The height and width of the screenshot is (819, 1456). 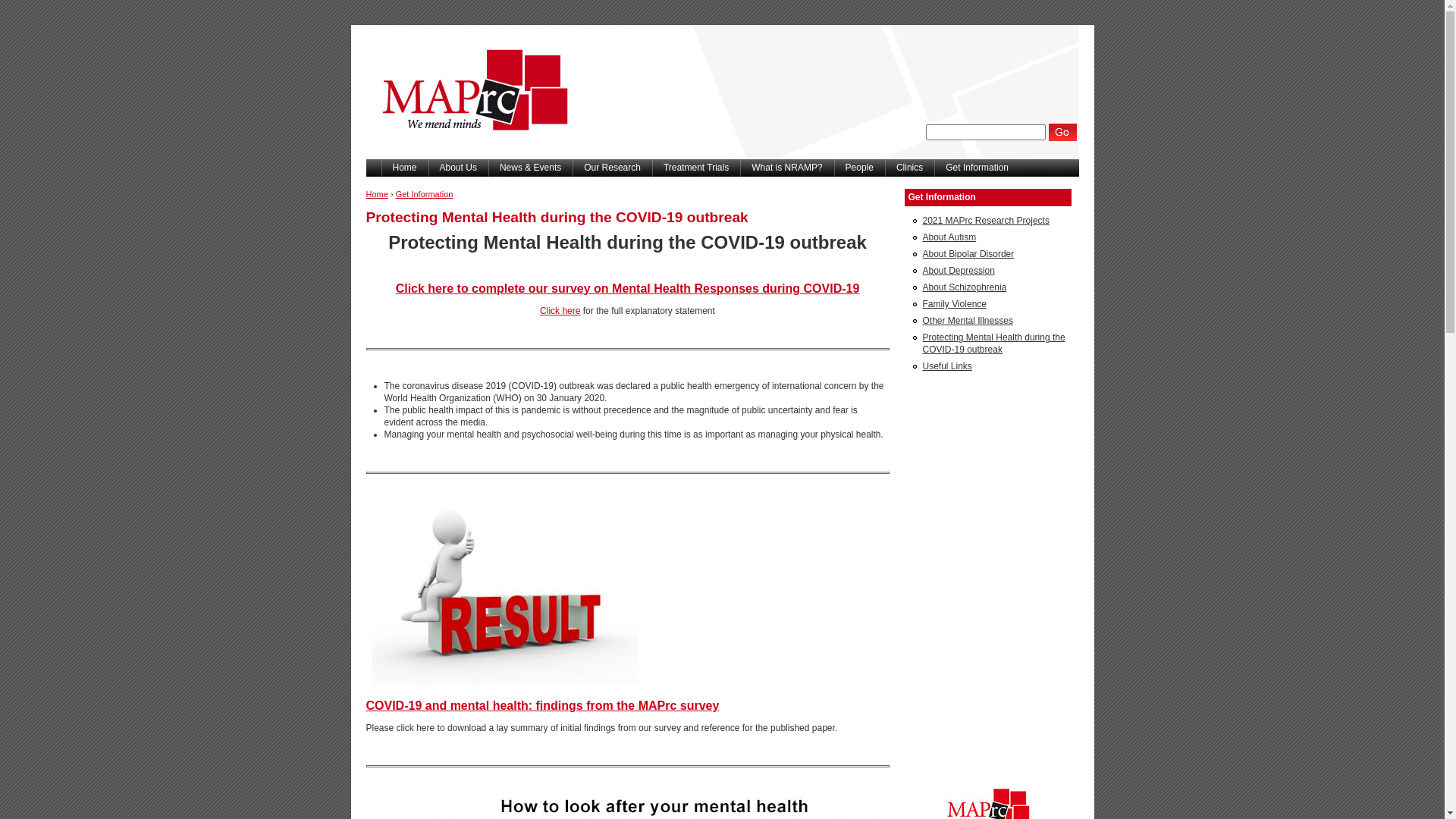 I want to click on 'Other Mental Illnesses', so click(x=966, y=320).